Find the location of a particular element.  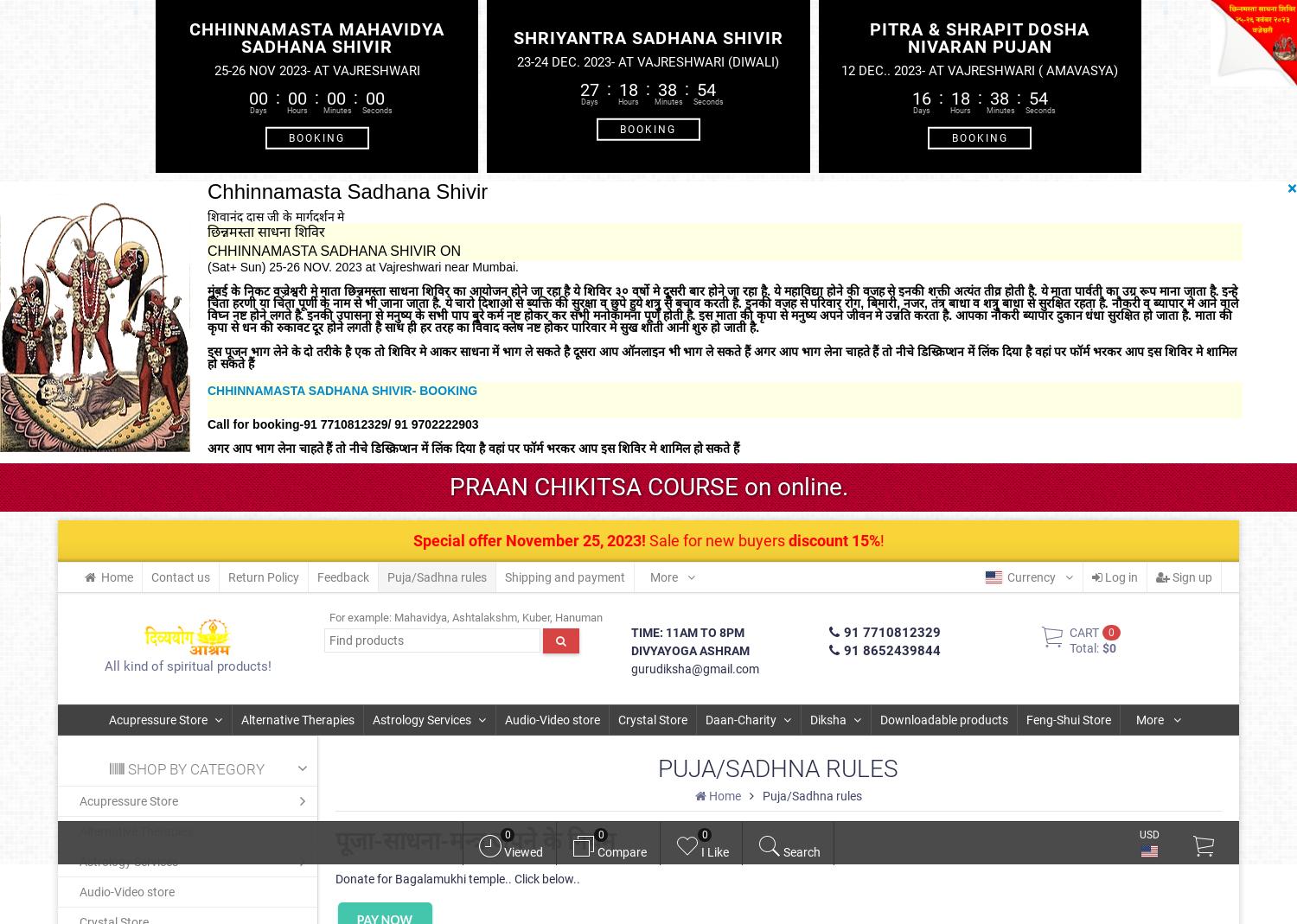

'Feng-Shui Store' is located at coordinates (1068, 719).